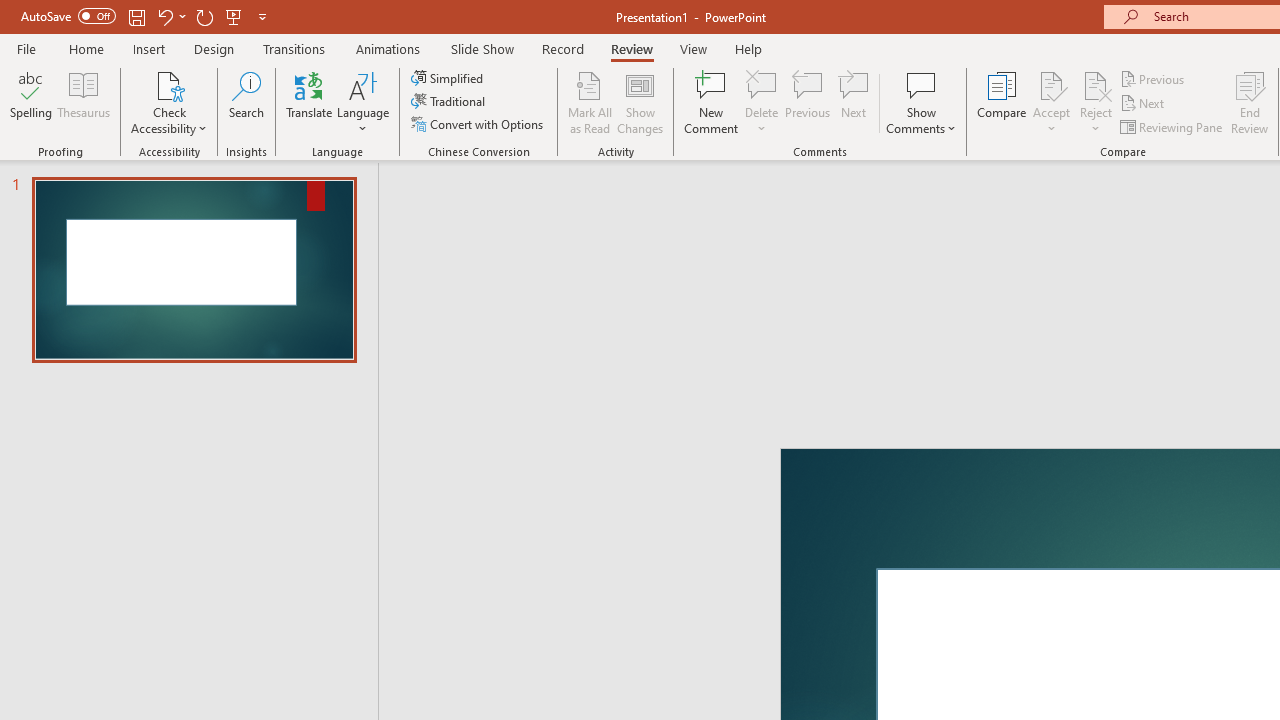 This screenshot has width=1280, height=720. What do you see at coordinates (478, 124) in the screenshot?
I see `'Convert with Options...'` at bounding box center [478, 124].